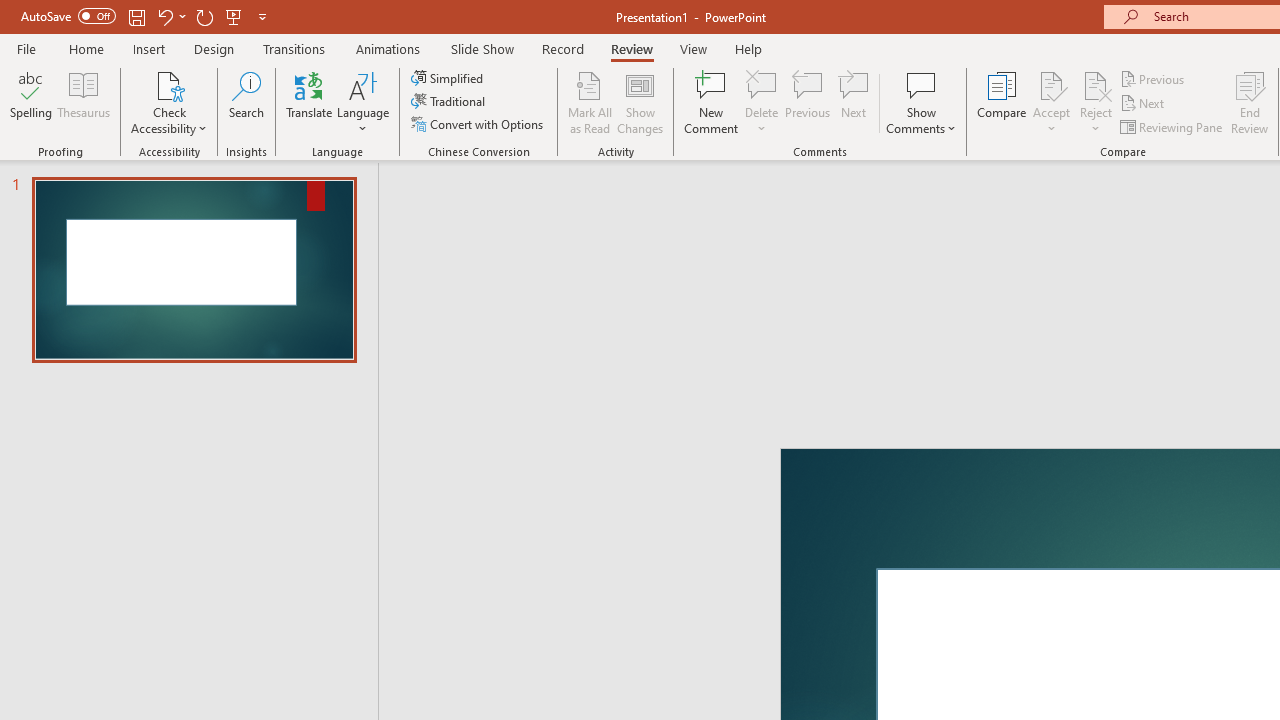 This screenshot has width=1280, height=720. What do you see at coordinates (478, 124) in the screenshot?
I see `'Convert with Options...'` at bounding box center [478, 124].